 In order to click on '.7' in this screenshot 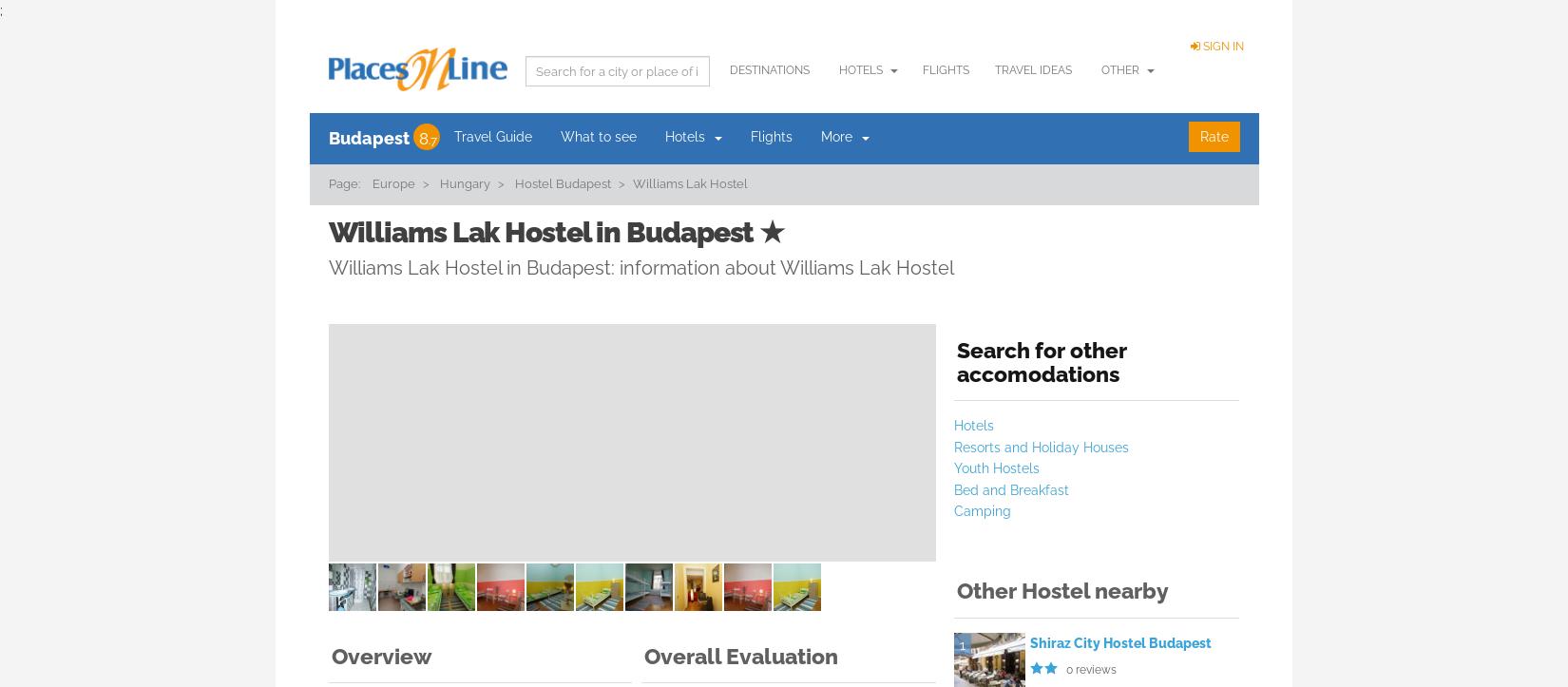, I will do `click(430, 140)`.